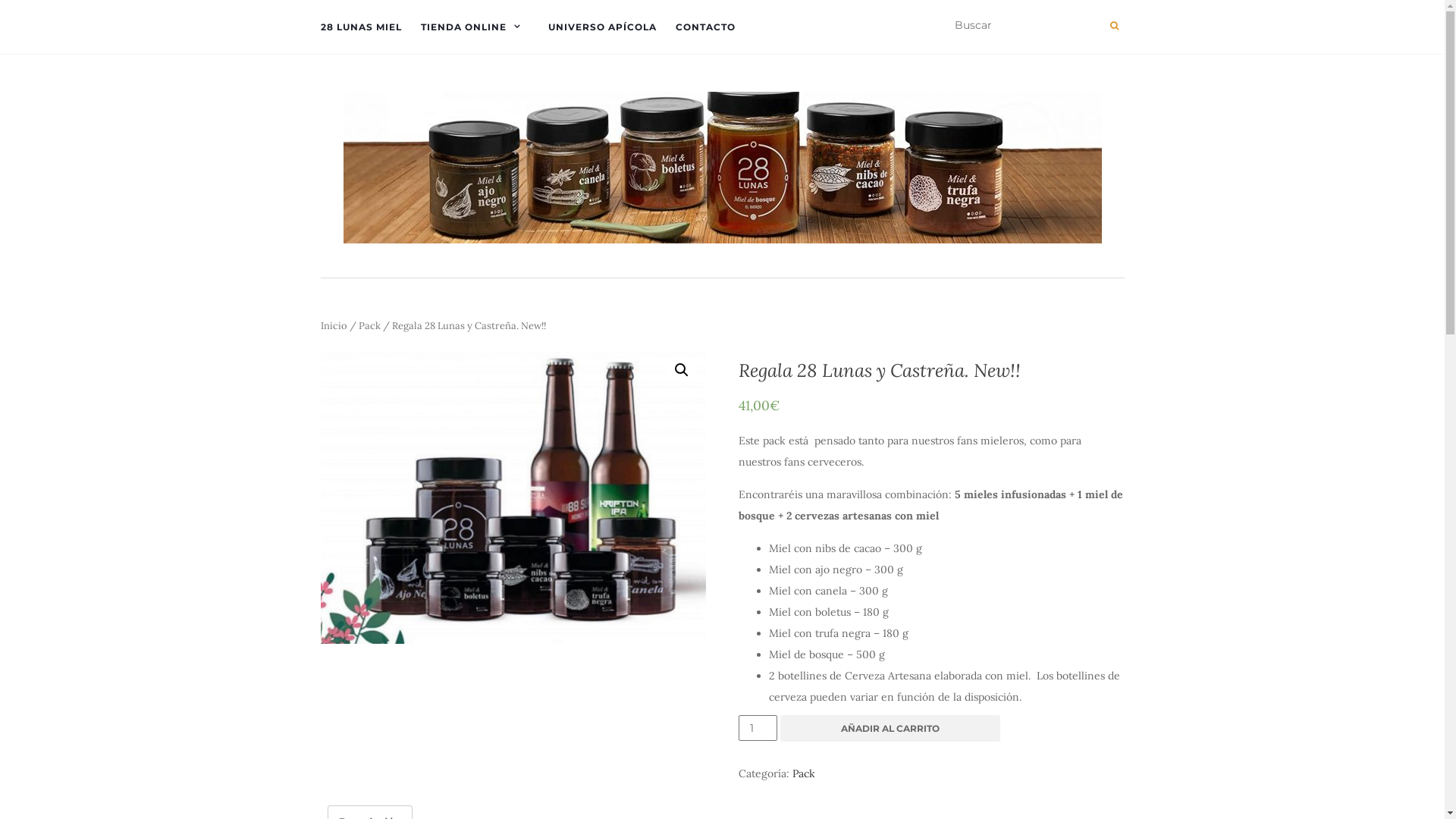  Describe the element at coordinates (332, 325) in the screenshot. I see `'Inicio'` at that location.